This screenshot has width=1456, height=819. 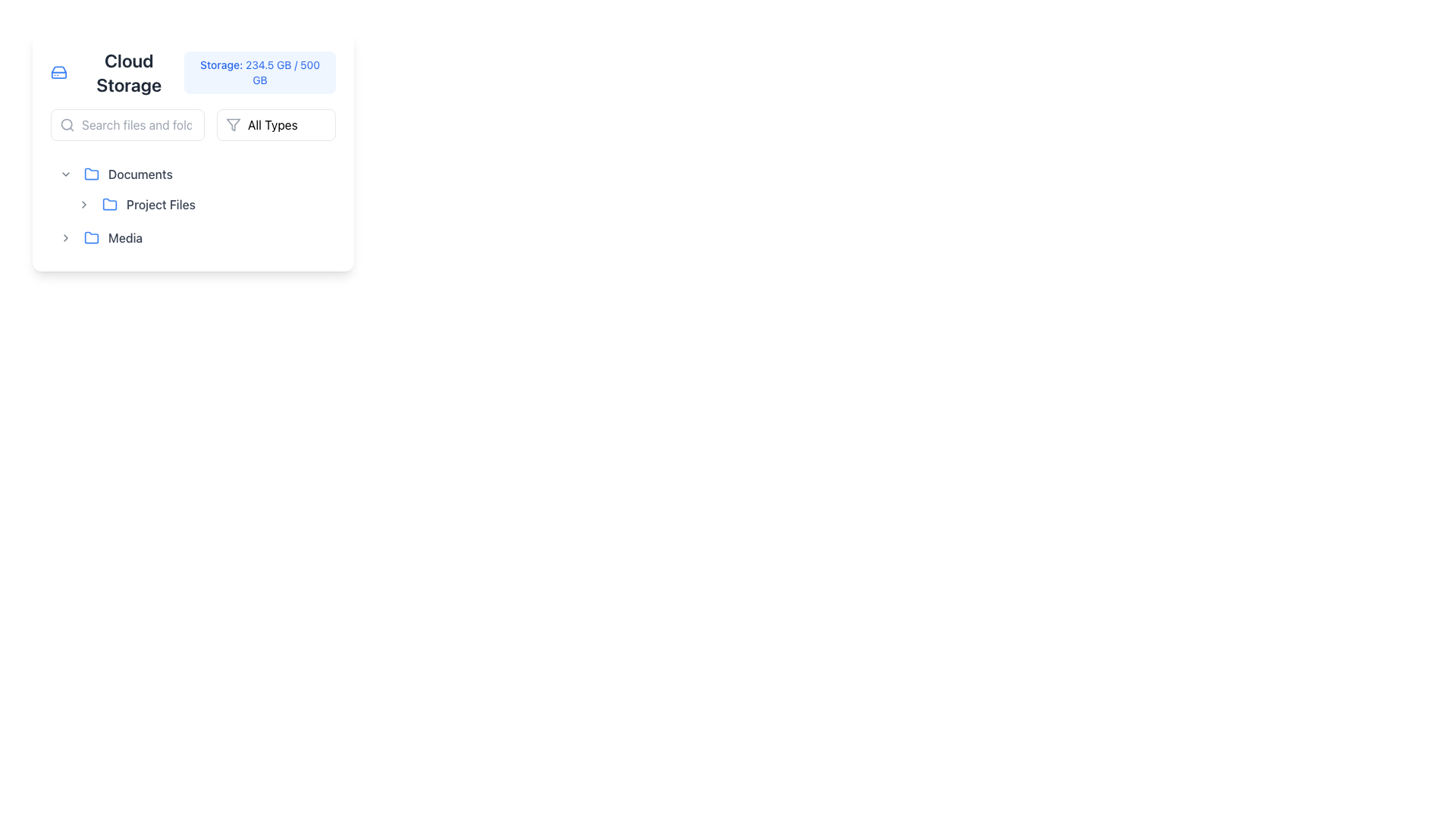 I want to click on the 'Project Files' list item in the 'Cloud Storage' sidebar, so click(x=202, y=205).